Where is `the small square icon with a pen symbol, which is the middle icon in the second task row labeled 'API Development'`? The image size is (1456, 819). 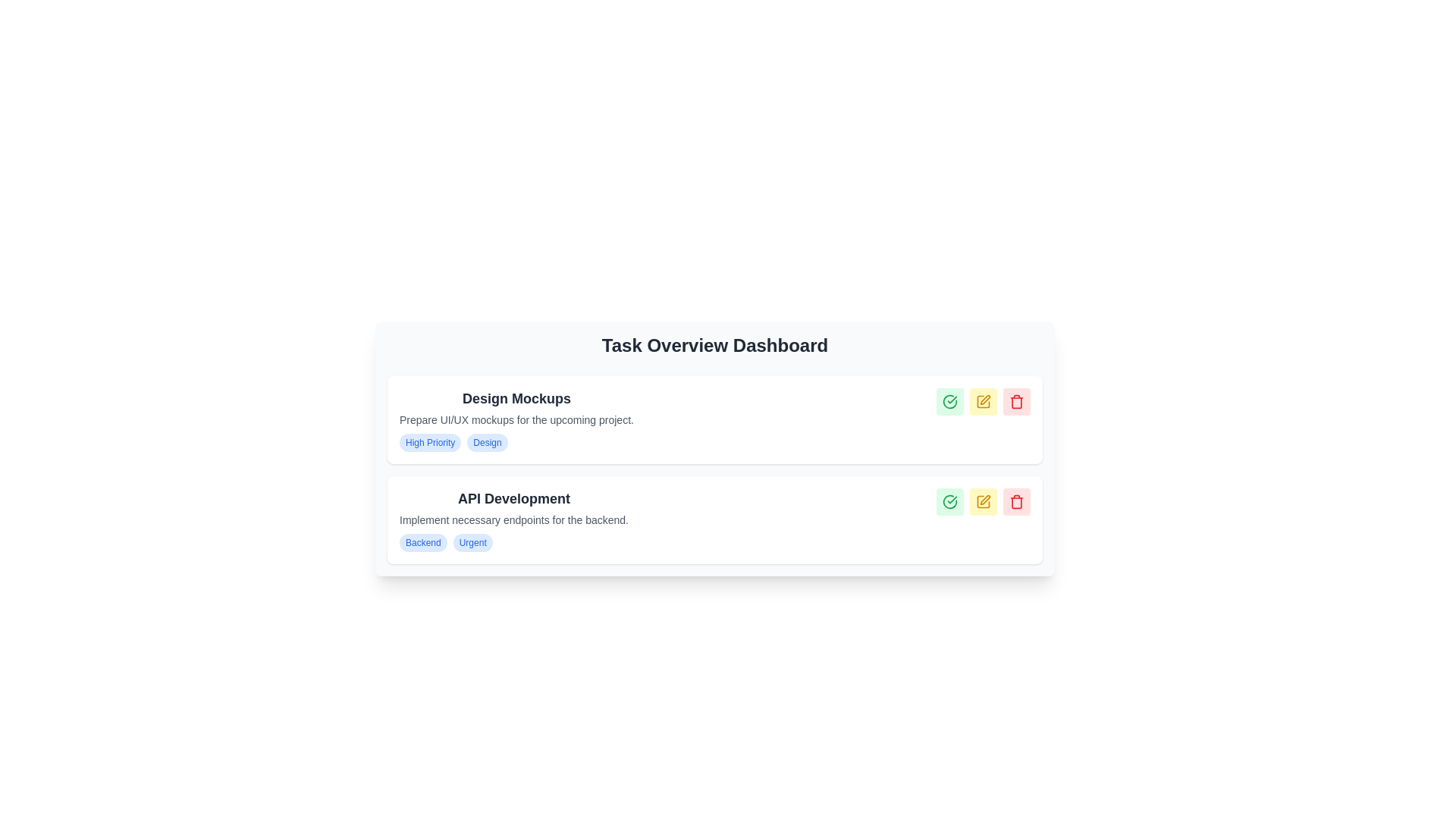 the small square icon with a pen symbol, which is the middle icon in the second task row labeled 'API Development' is located at coordinates (983, 502).